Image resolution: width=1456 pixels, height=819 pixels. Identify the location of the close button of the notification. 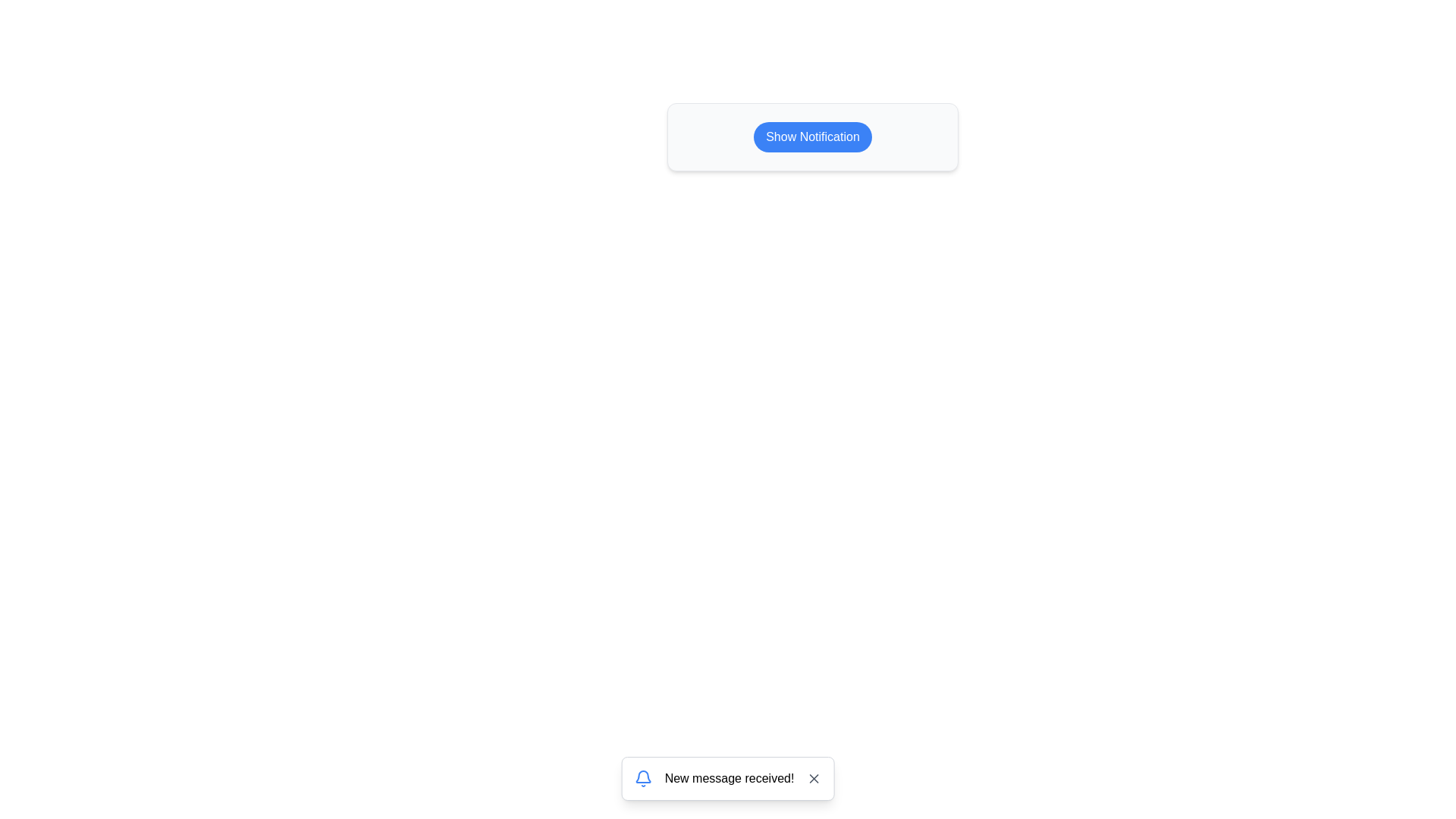
(813, 778).